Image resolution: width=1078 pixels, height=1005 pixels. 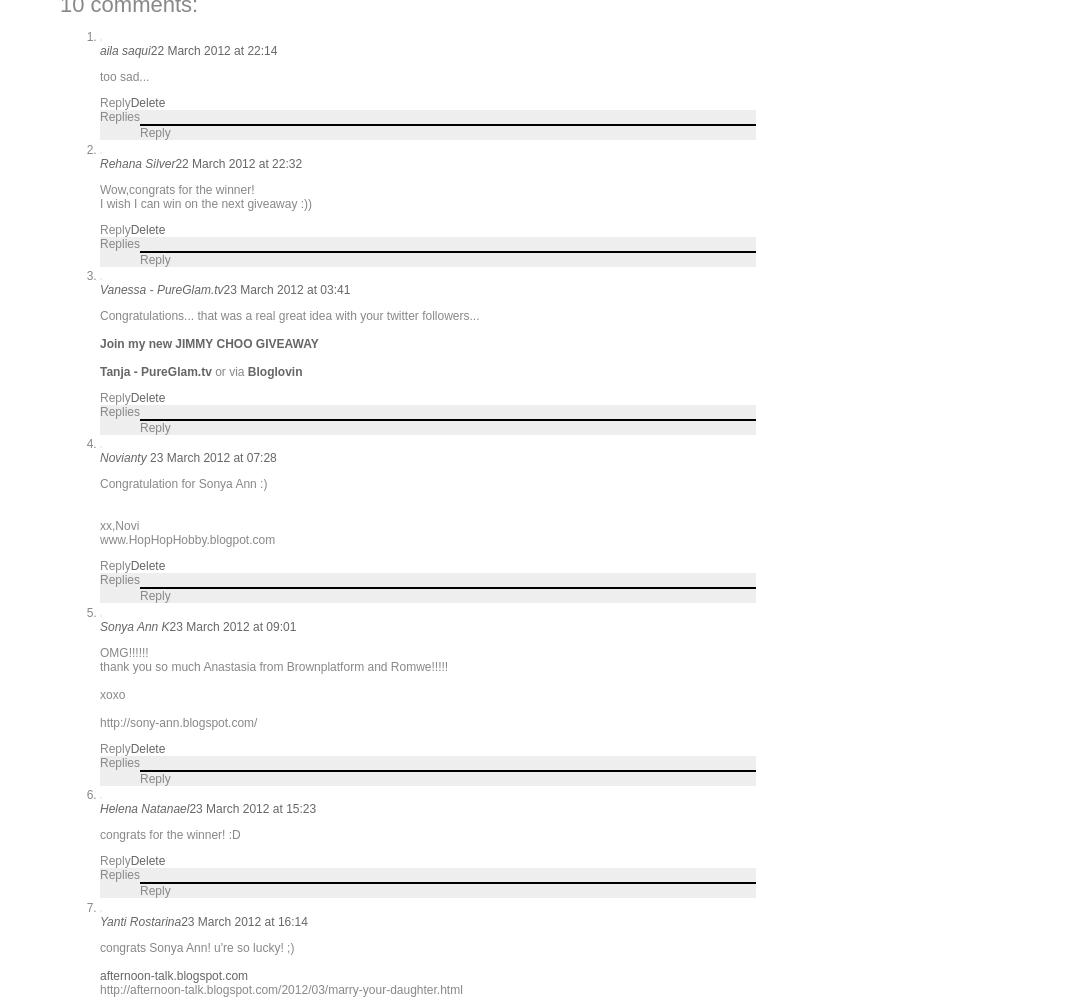 What do you see at coordinates (172, 973) in the screenshot?
I see `'afternoon-talk.blogspot.com'` at bounding box center [172, 973].